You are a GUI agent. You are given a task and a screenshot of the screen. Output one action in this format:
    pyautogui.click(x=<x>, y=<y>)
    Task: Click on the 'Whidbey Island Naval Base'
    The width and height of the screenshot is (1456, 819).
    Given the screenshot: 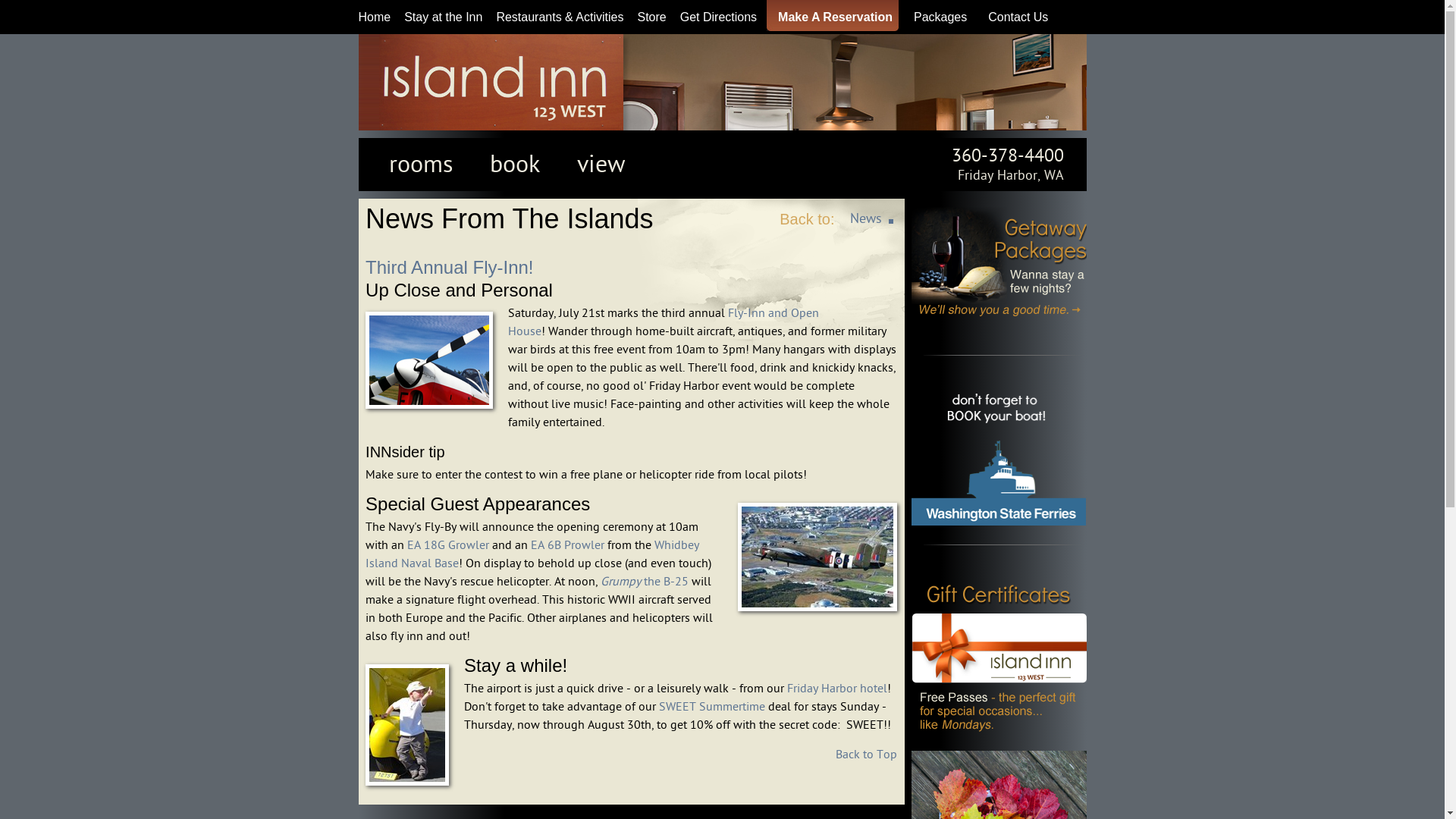 What is the action you would take?
    pyautogui.click(x=532, y=554)
    